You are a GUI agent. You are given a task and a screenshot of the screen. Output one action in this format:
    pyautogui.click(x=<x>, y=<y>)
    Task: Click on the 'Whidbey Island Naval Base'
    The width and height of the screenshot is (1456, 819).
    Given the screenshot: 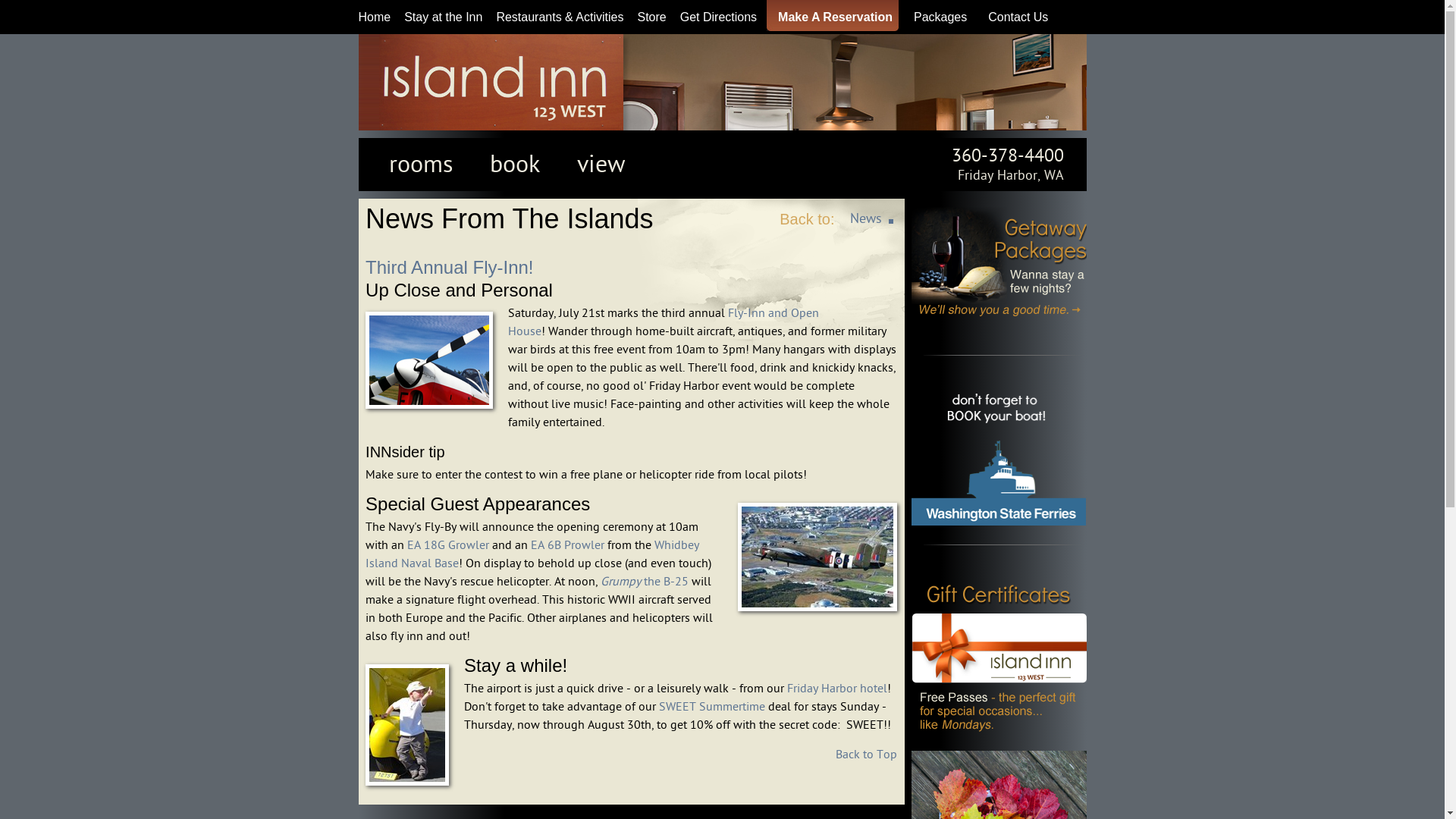 What is the action you would take?
    pyautogui.click(x=532, y=554)
    